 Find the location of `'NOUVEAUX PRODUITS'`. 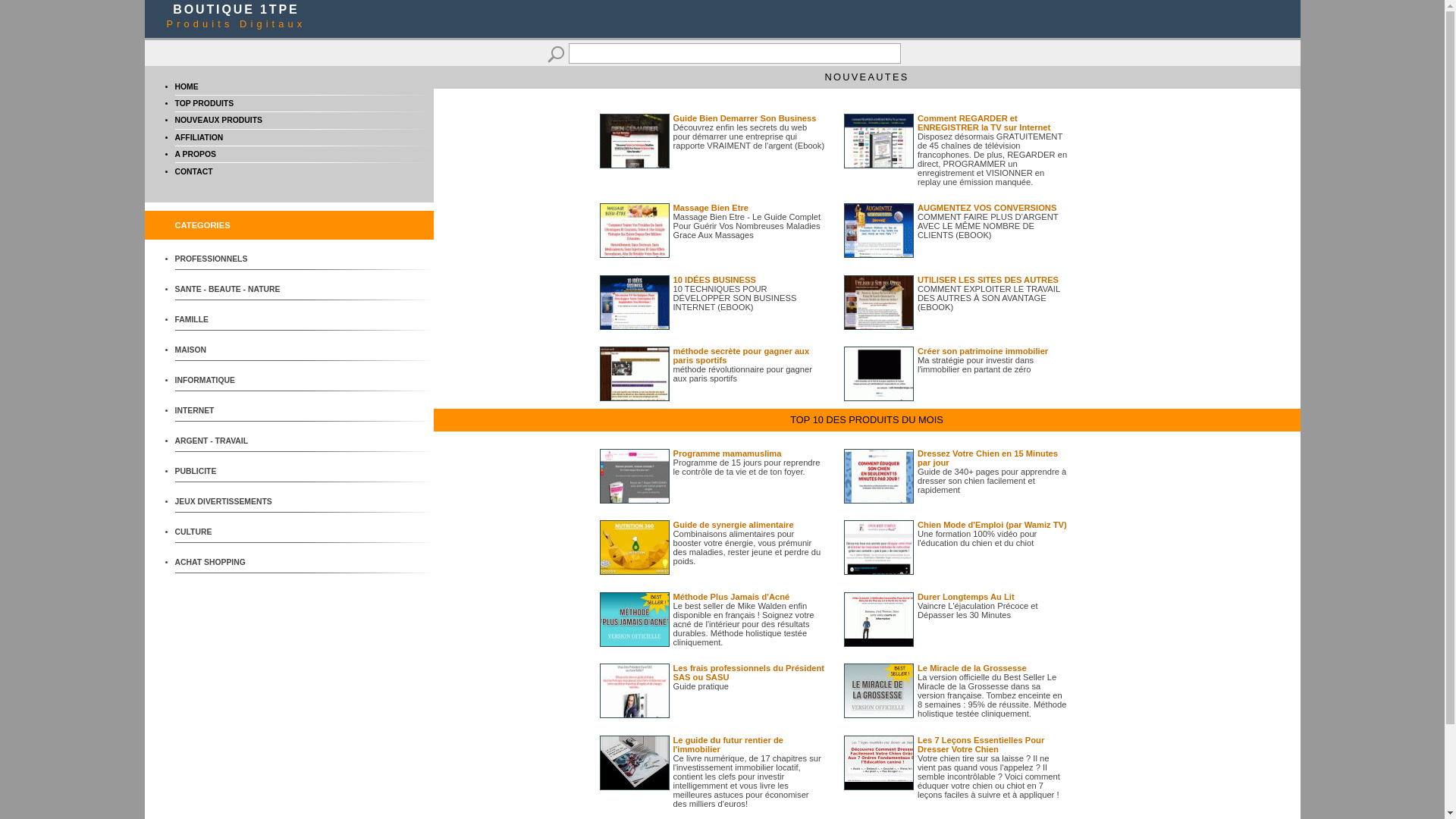

'NOUVEAUX PRODUITS' is located at coordinates (217, 119).